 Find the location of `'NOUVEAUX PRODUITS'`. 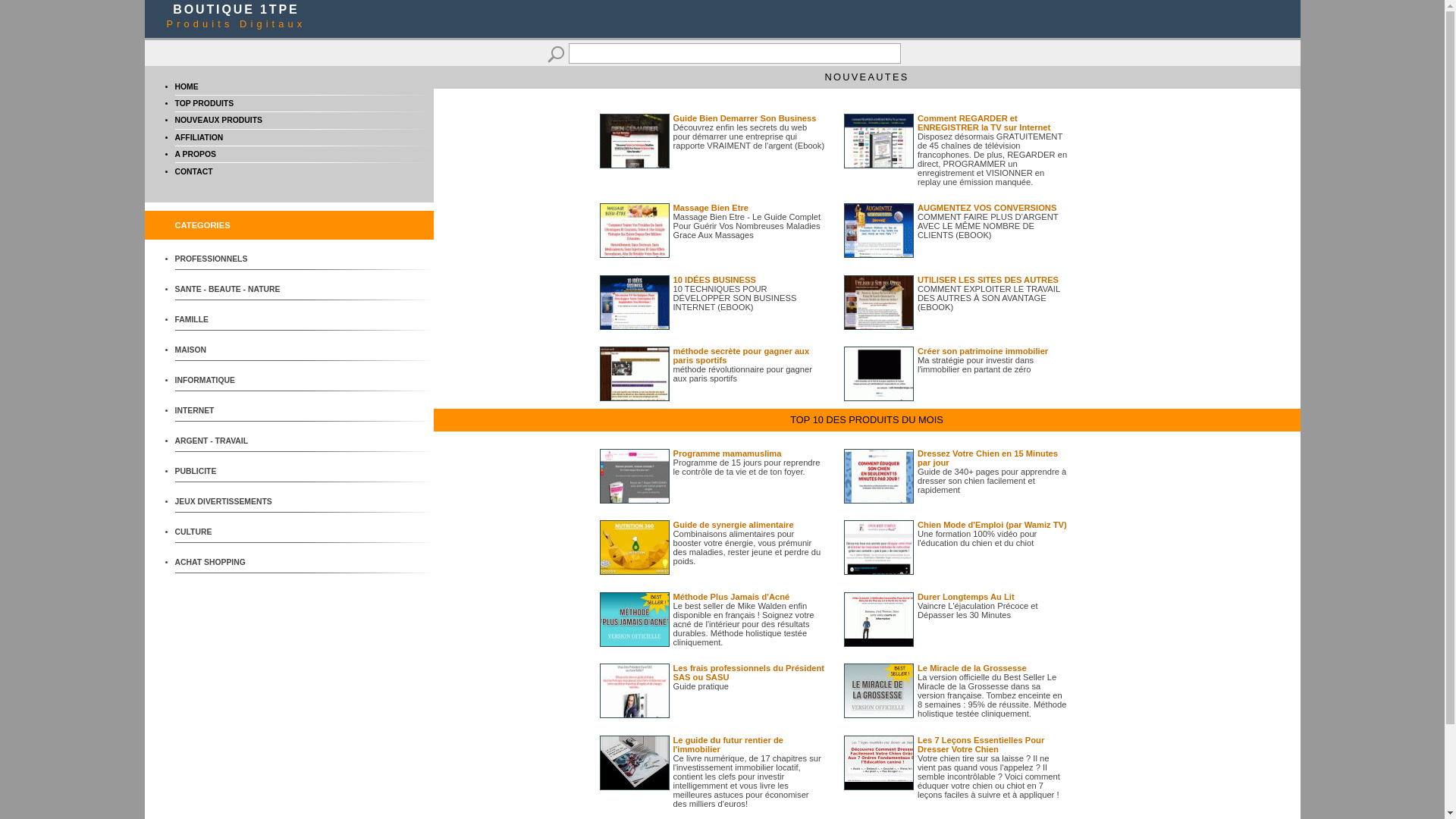

'NOUVEAUX PRODUITS' is located at coordinates (217, 119).